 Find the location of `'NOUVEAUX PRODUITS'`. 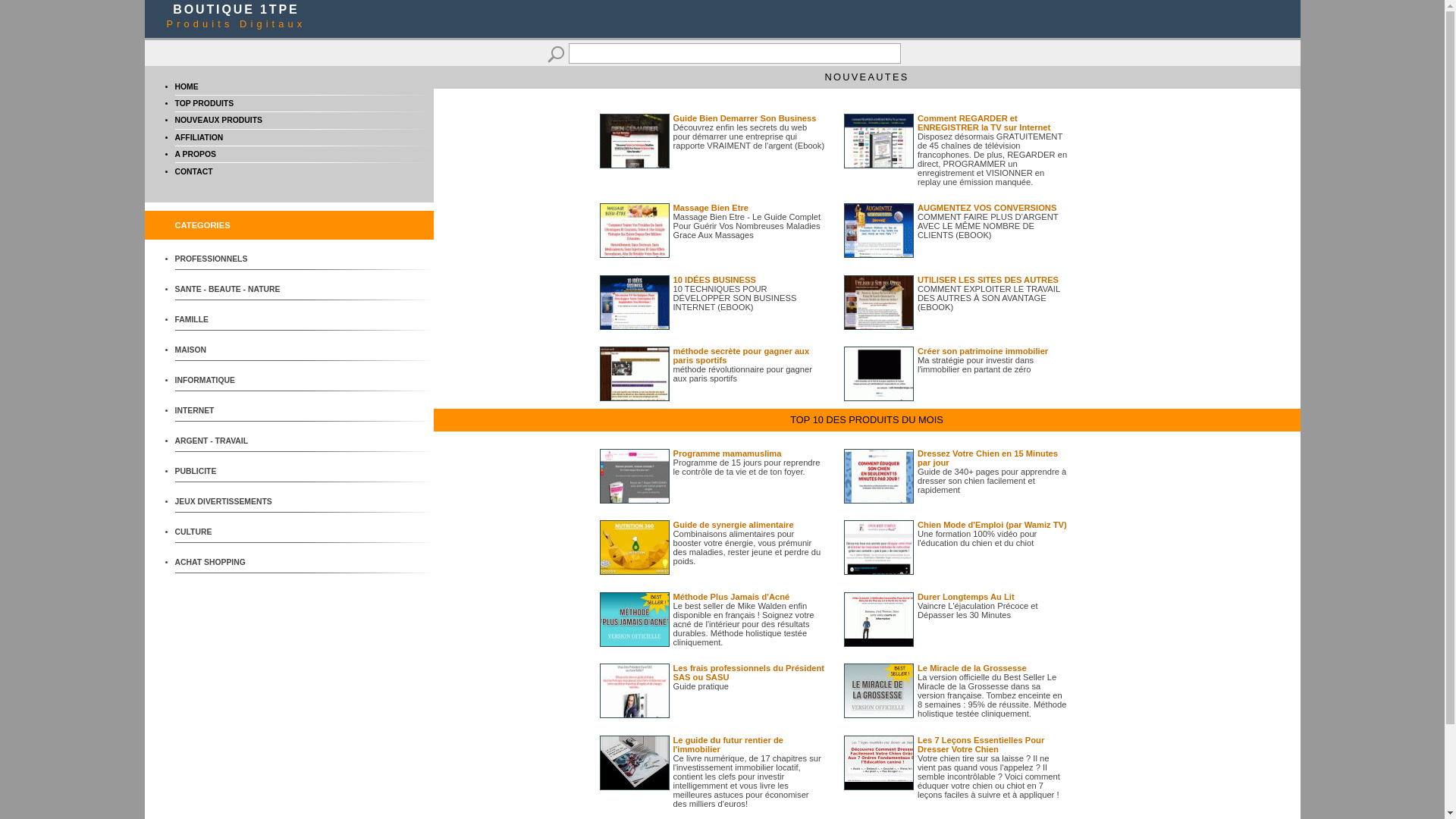

'NOUVEAUX PRODUITS' is located at coordinates (217, 119).